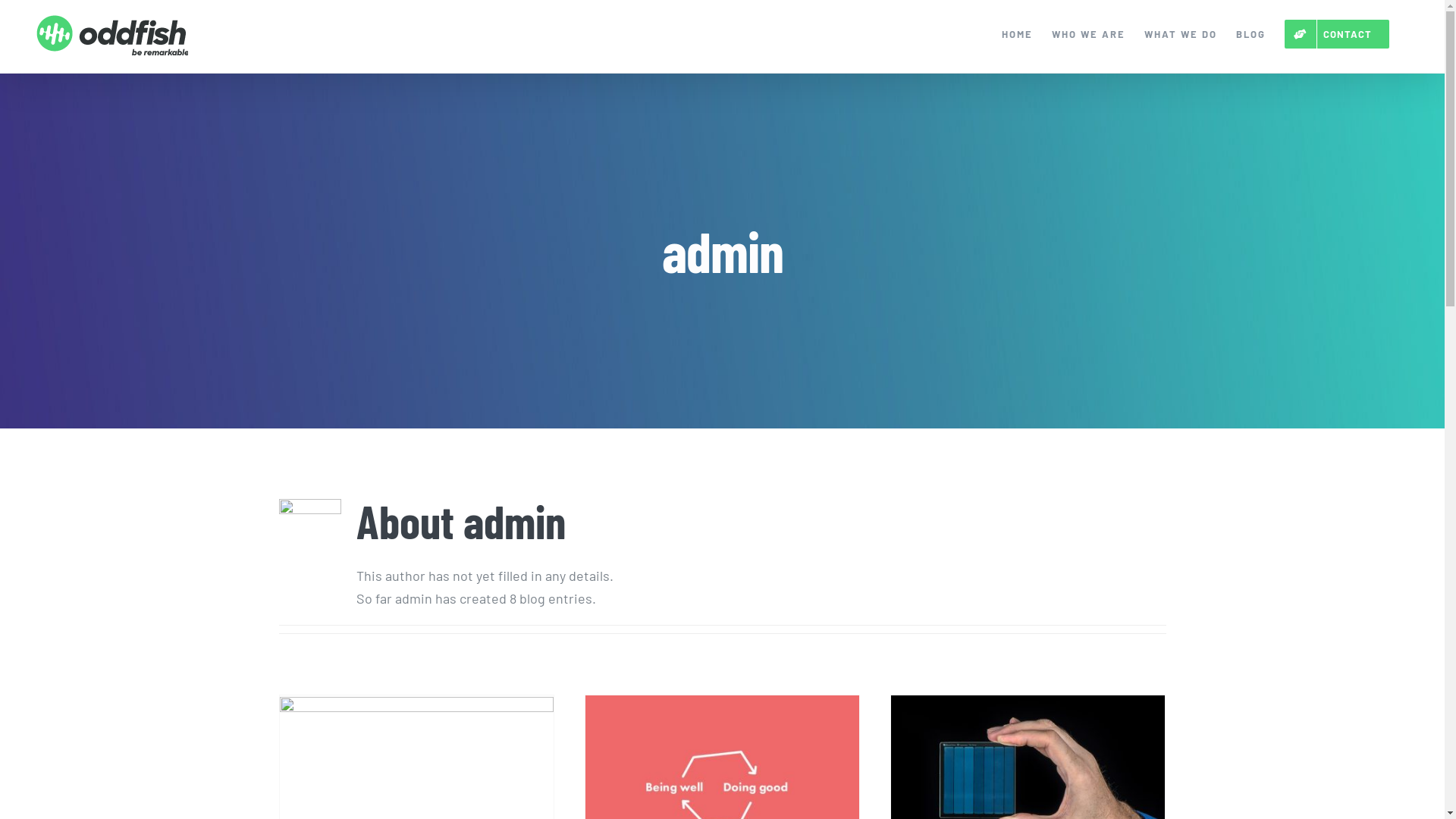 This screenshot has height=819, width=1456. Describe the element at coordinates (1087, 34) in the screenshot. I see `'WHO WE ARE'` at that location.